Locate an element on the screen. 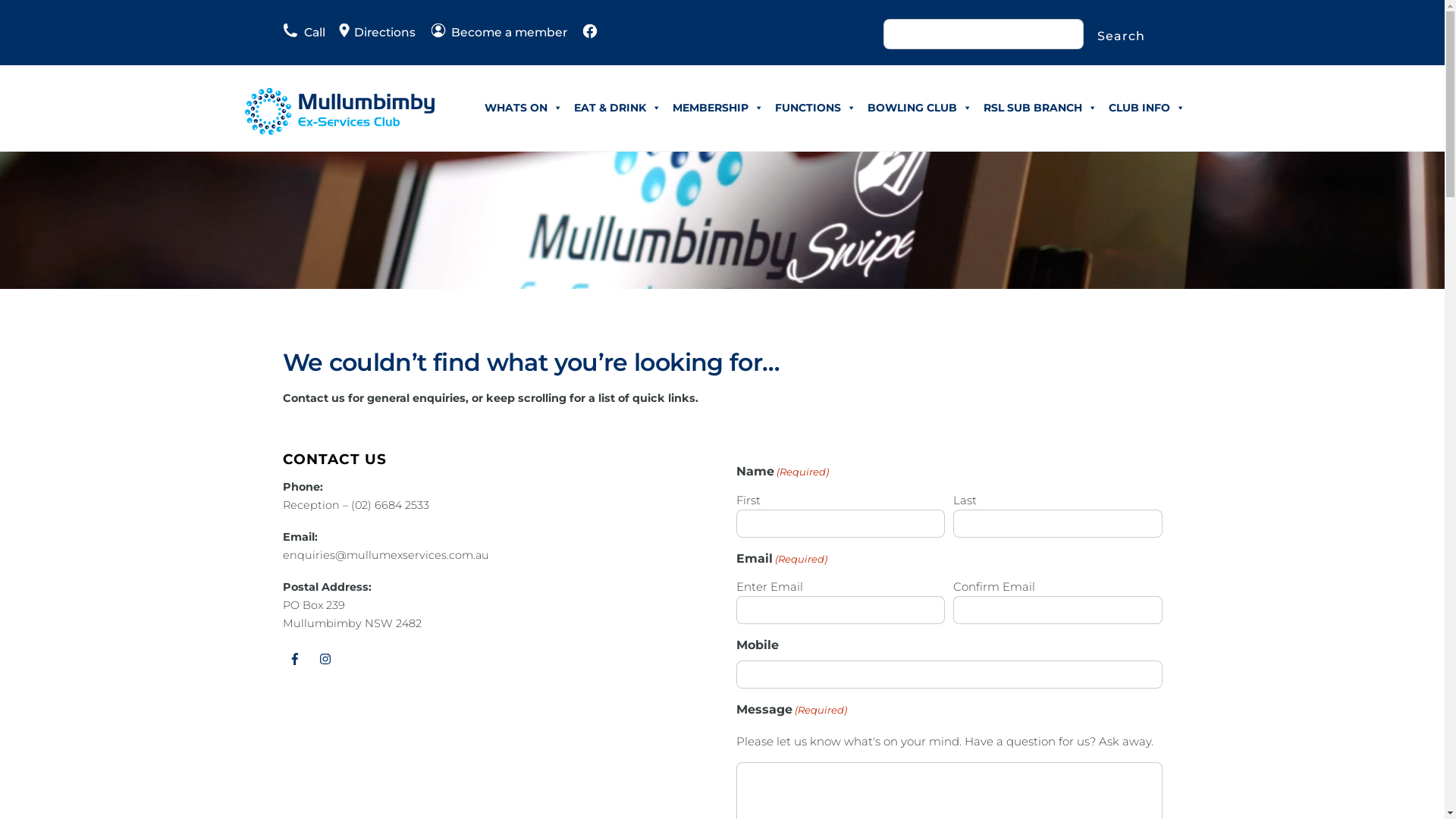 This screenshot has width=1456, height=819. 'Instagram' is located at coordinates (325, 657).